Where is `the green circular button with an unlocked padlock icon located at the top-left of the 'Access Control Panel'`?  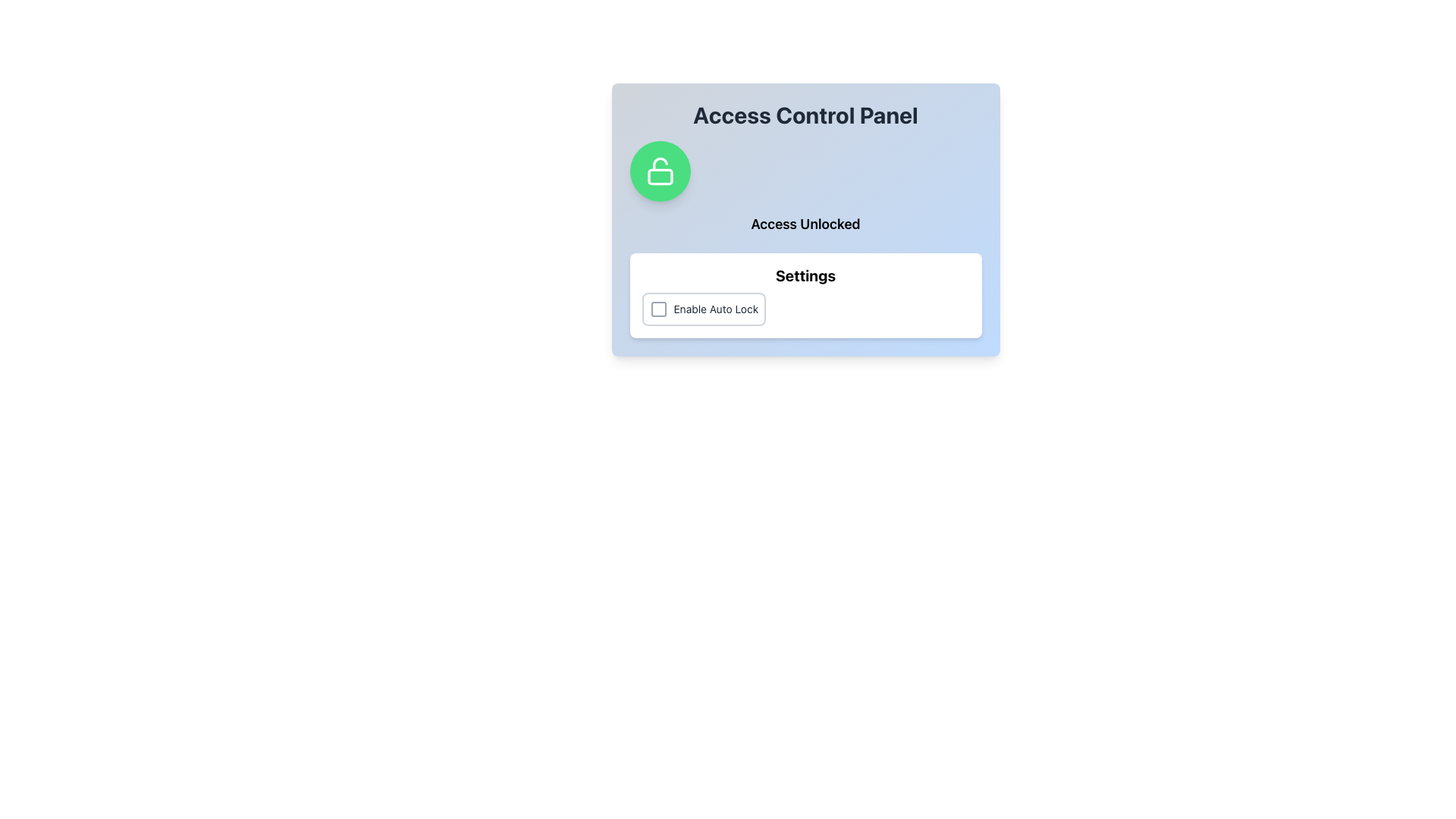 the green circular button with an unlocked padlock icon located at the top-left of the 'Access Control Panel' is located at coordinates (660, 171).